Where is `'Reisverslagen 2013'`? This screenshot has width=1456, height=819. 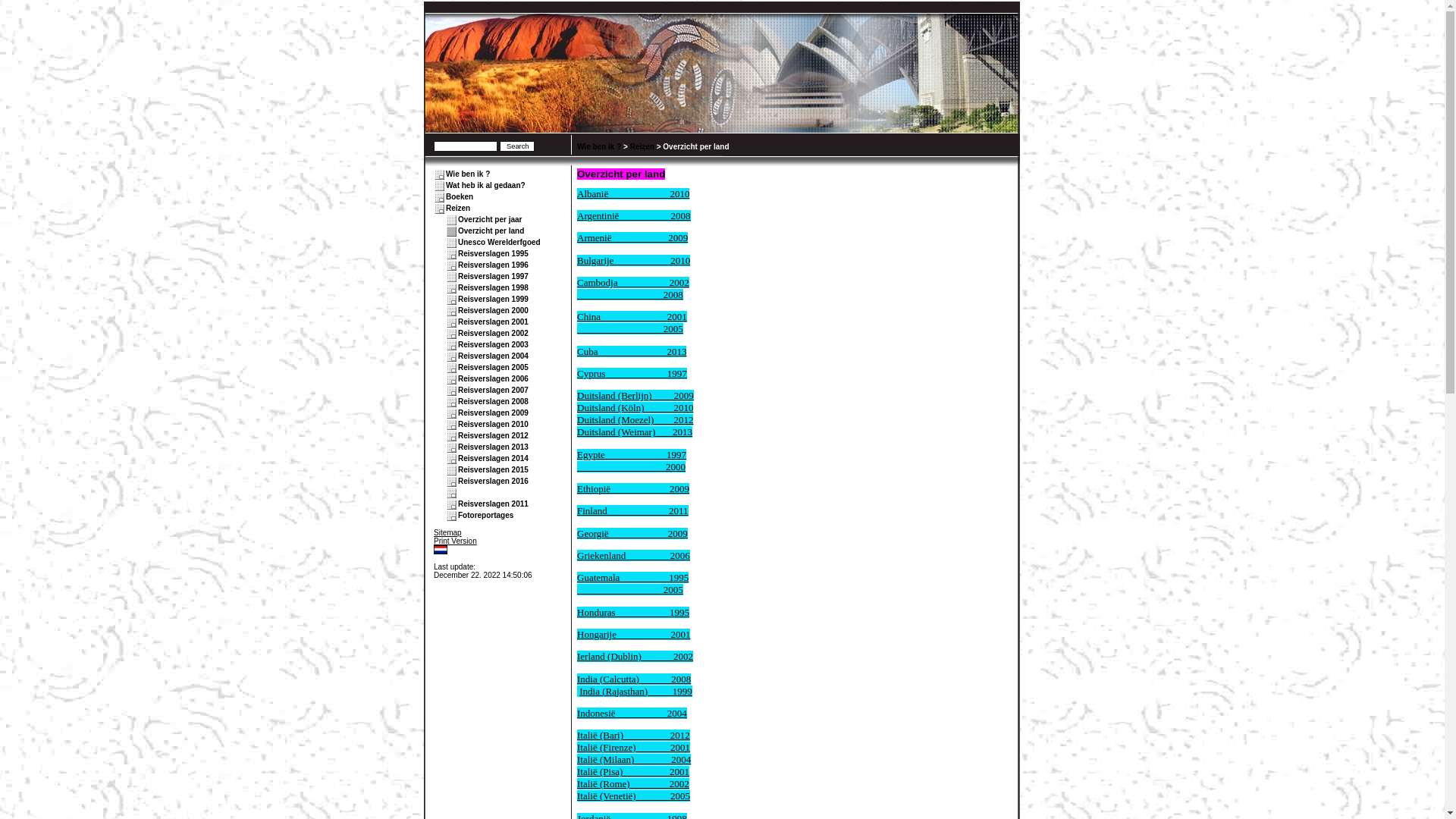 'Reisverslagen 2013' is located at coordinates (457, 446).